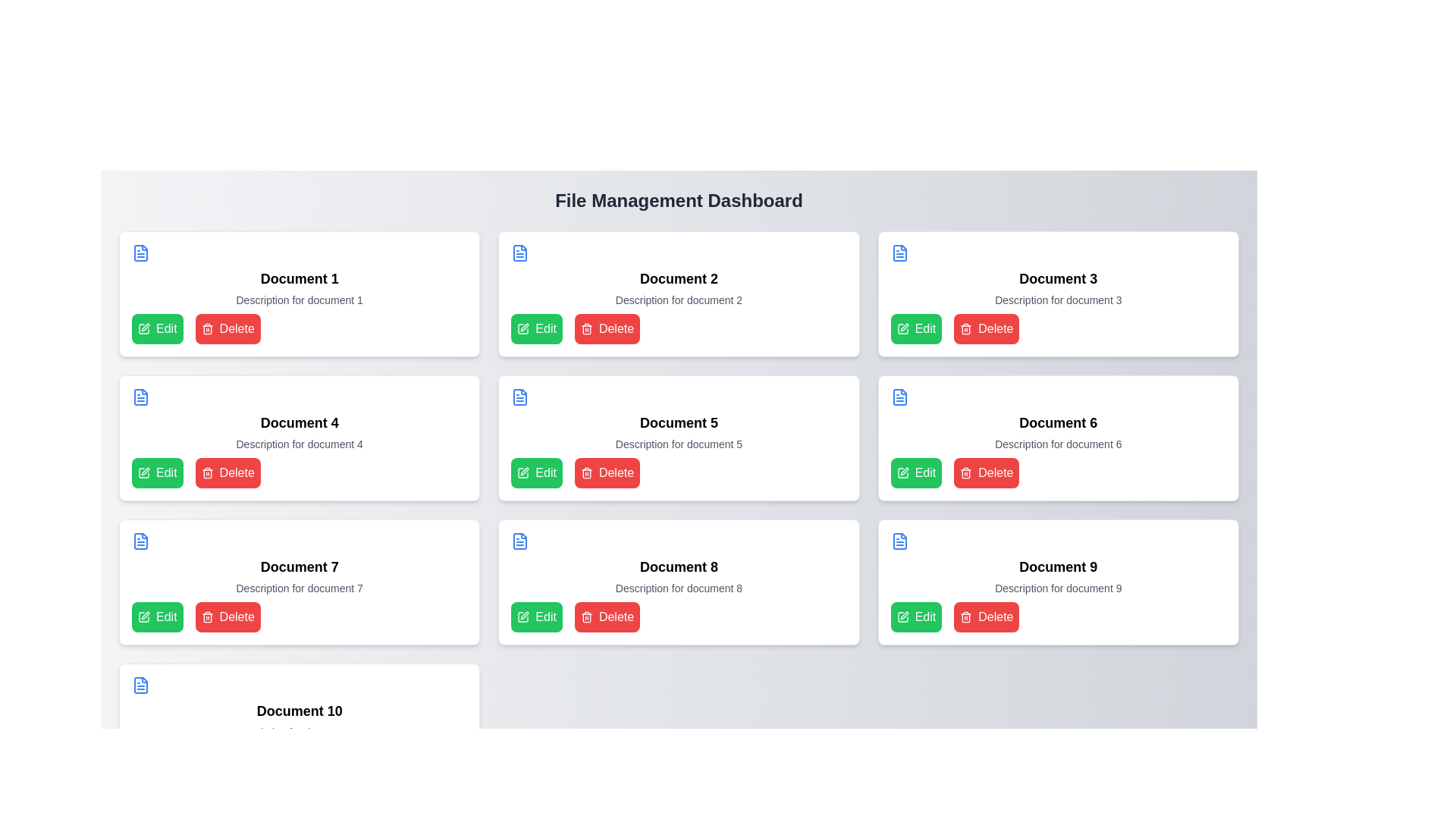  What do you see at coordinates (915, 328) in the screenshot?
I see `the green 'Edit' button with a pen icon at the bottom-left corner of the card for 'Document 3'` at bounding box center [915, 328].